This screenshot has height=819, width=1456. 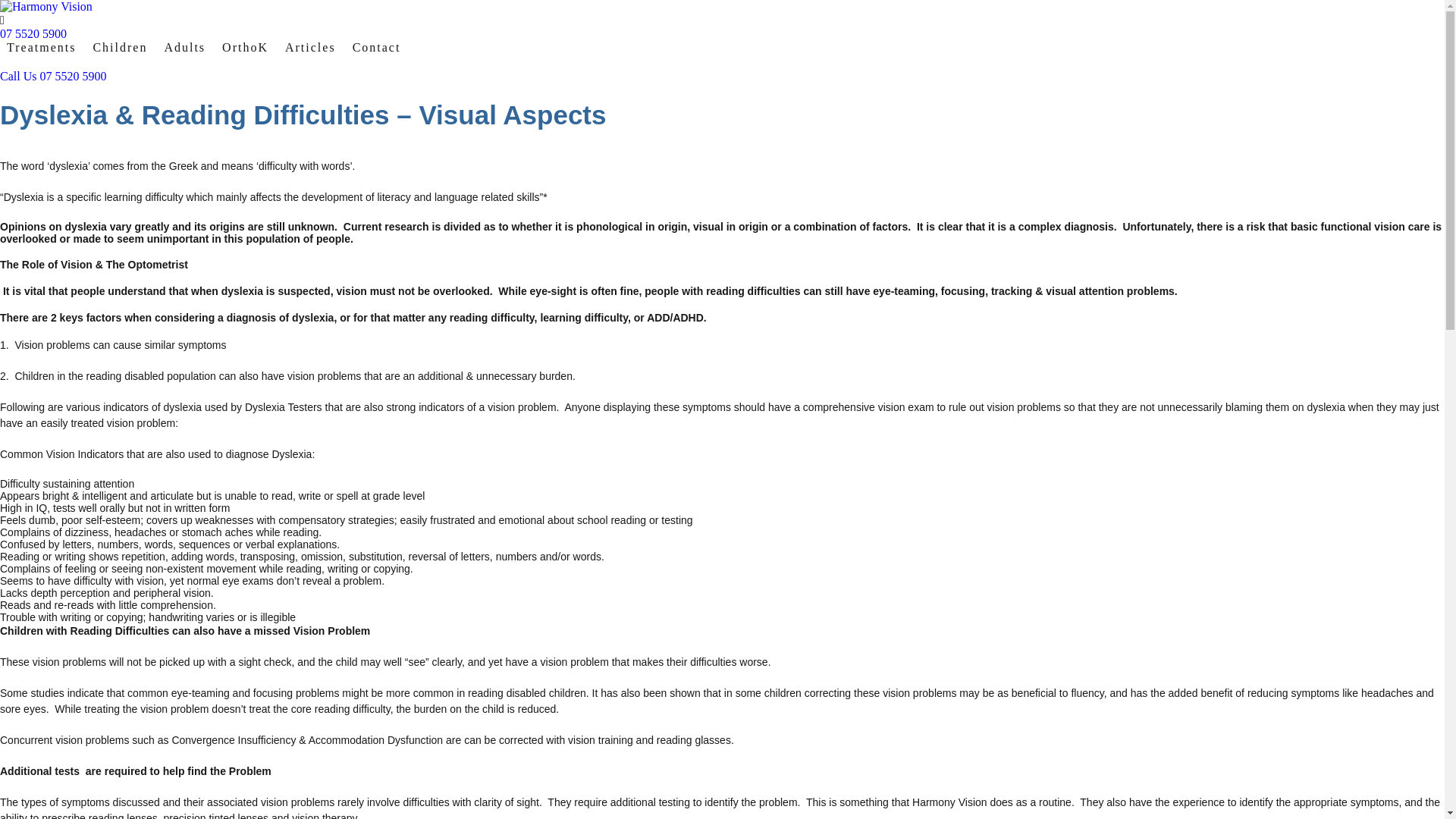 I want to click on 'Adults', so click(x=184, y=46).